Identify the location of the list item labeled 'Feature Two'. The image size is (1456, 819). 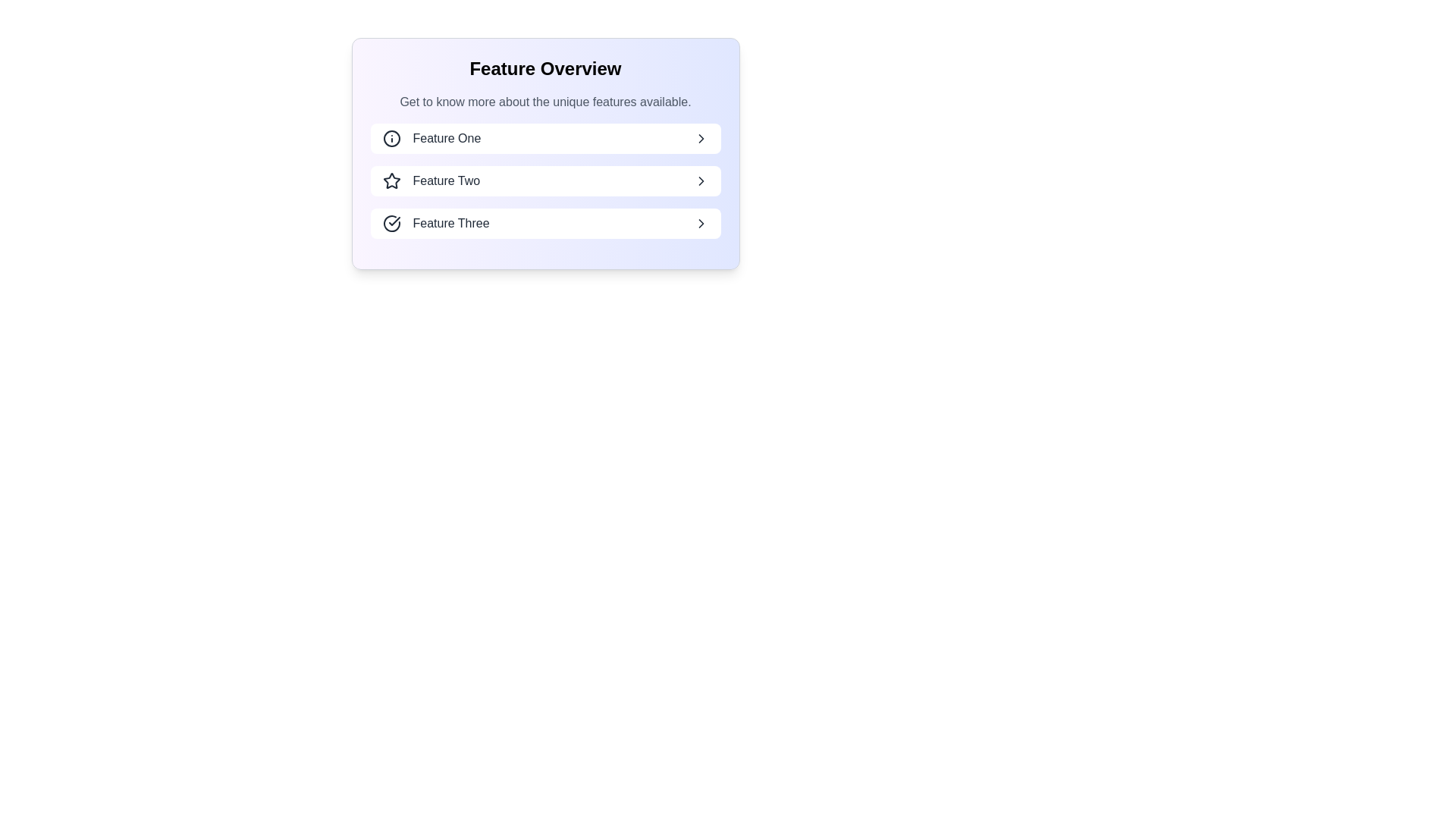
(545, 180).